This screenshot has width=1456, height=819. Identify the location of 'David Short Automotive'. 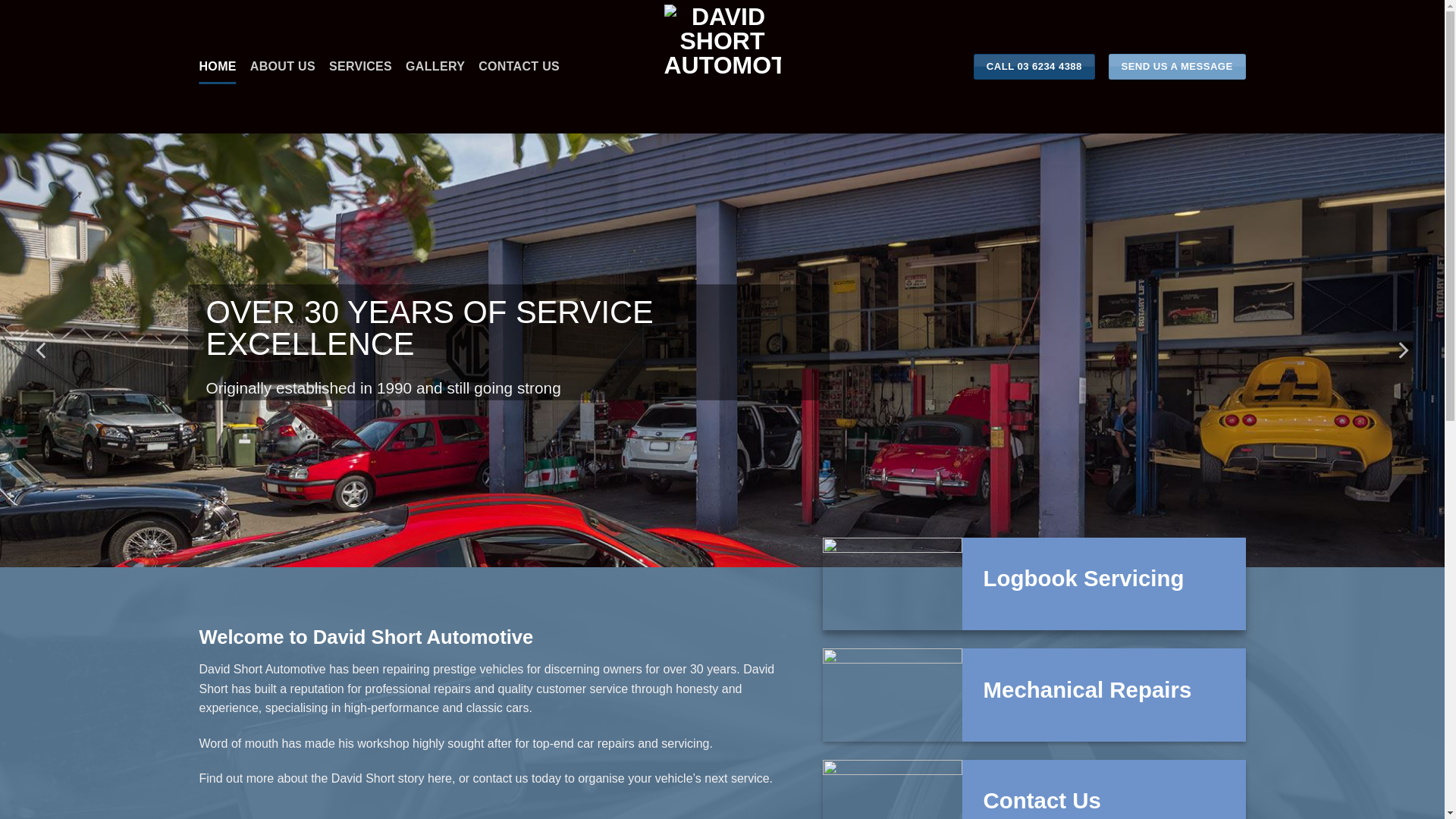
(722, 66).